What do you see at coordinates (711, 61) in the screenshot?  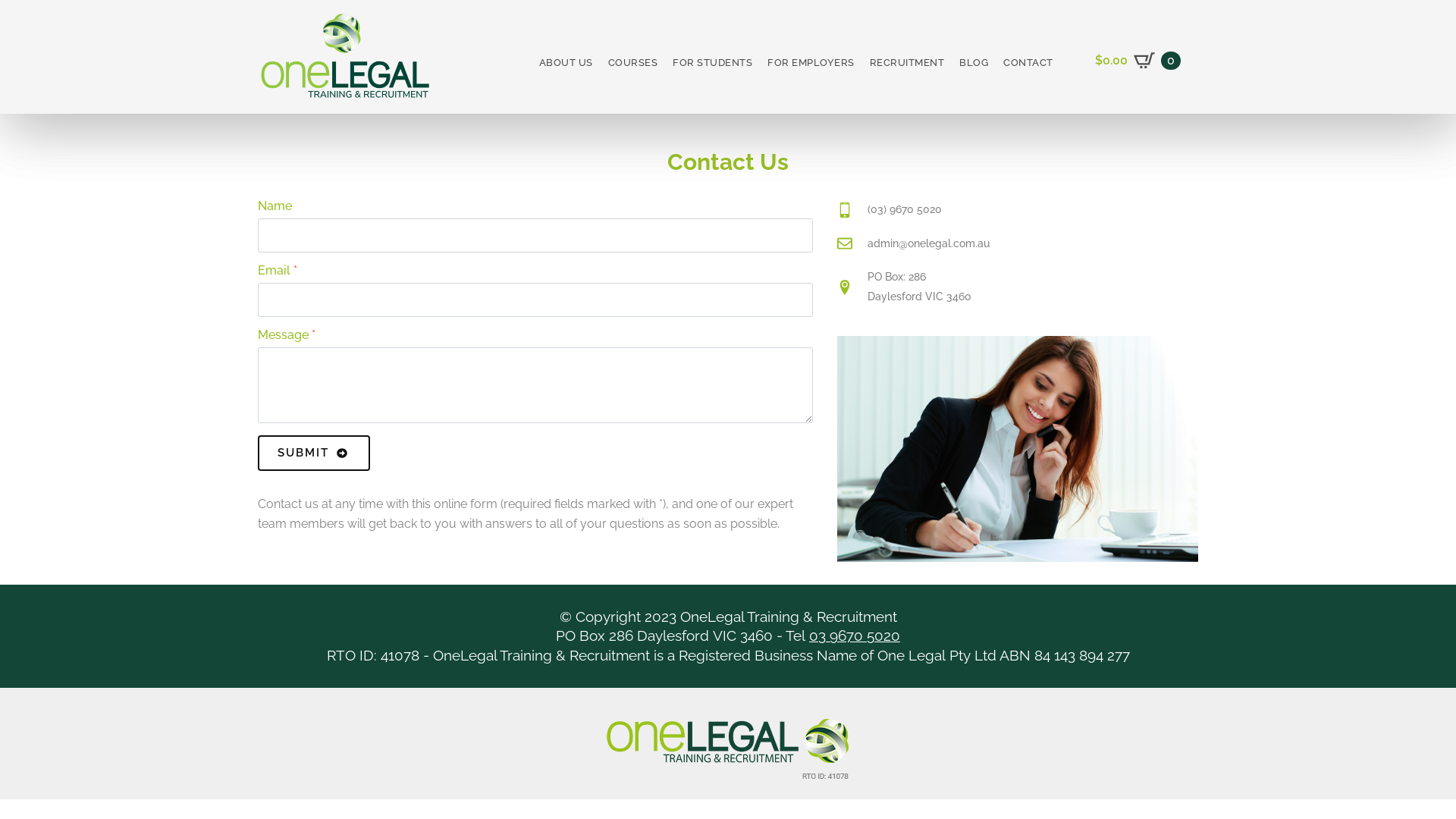 I see `'FOR STUDENTS'` at bounding box center [711, 61].